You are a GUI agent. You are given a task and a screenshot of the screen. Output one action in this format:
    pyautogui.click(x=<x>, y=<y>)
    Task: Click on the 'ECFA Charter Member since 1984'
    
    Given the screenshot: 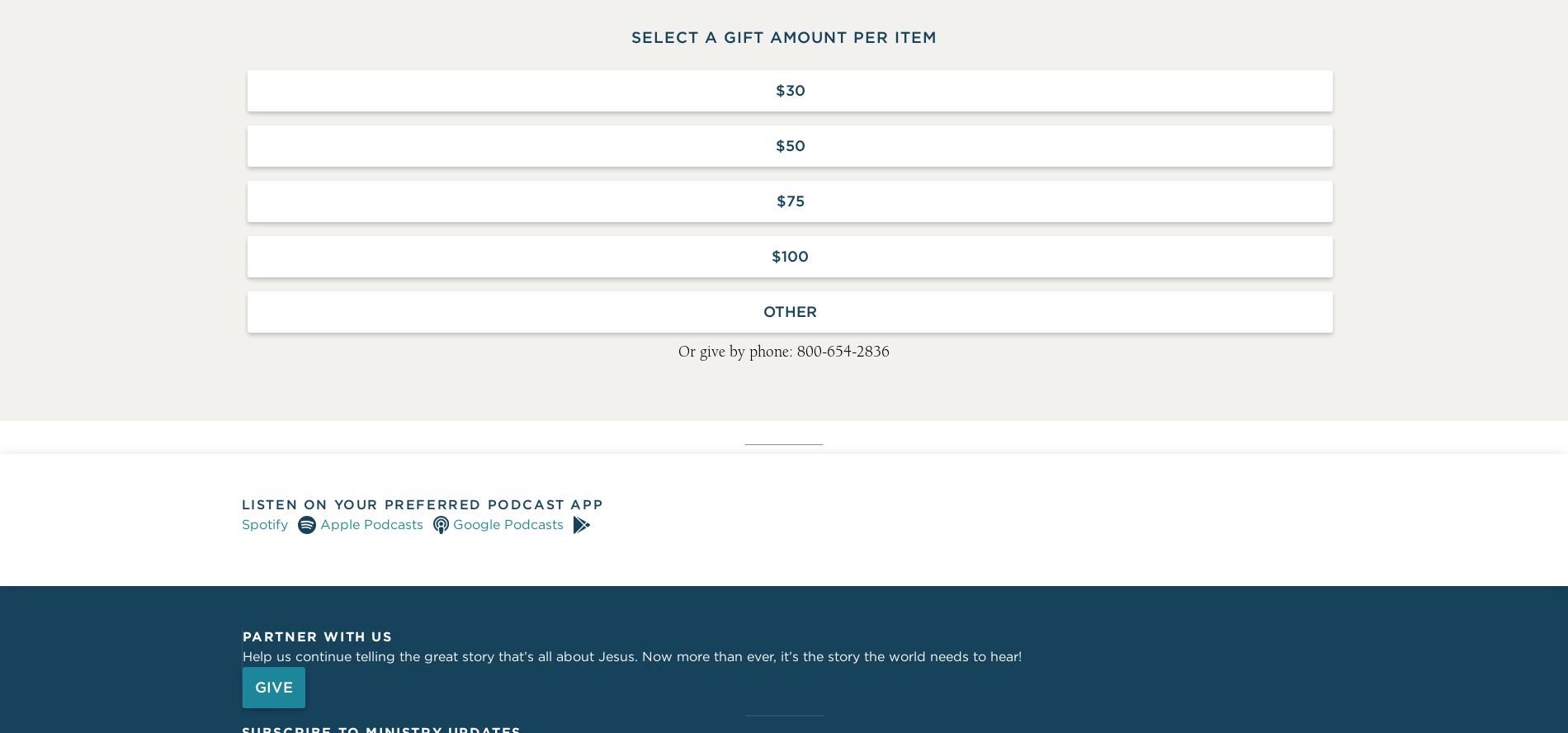 What is the action you would take?
    pyautogui.click(x=679, y=235)
    